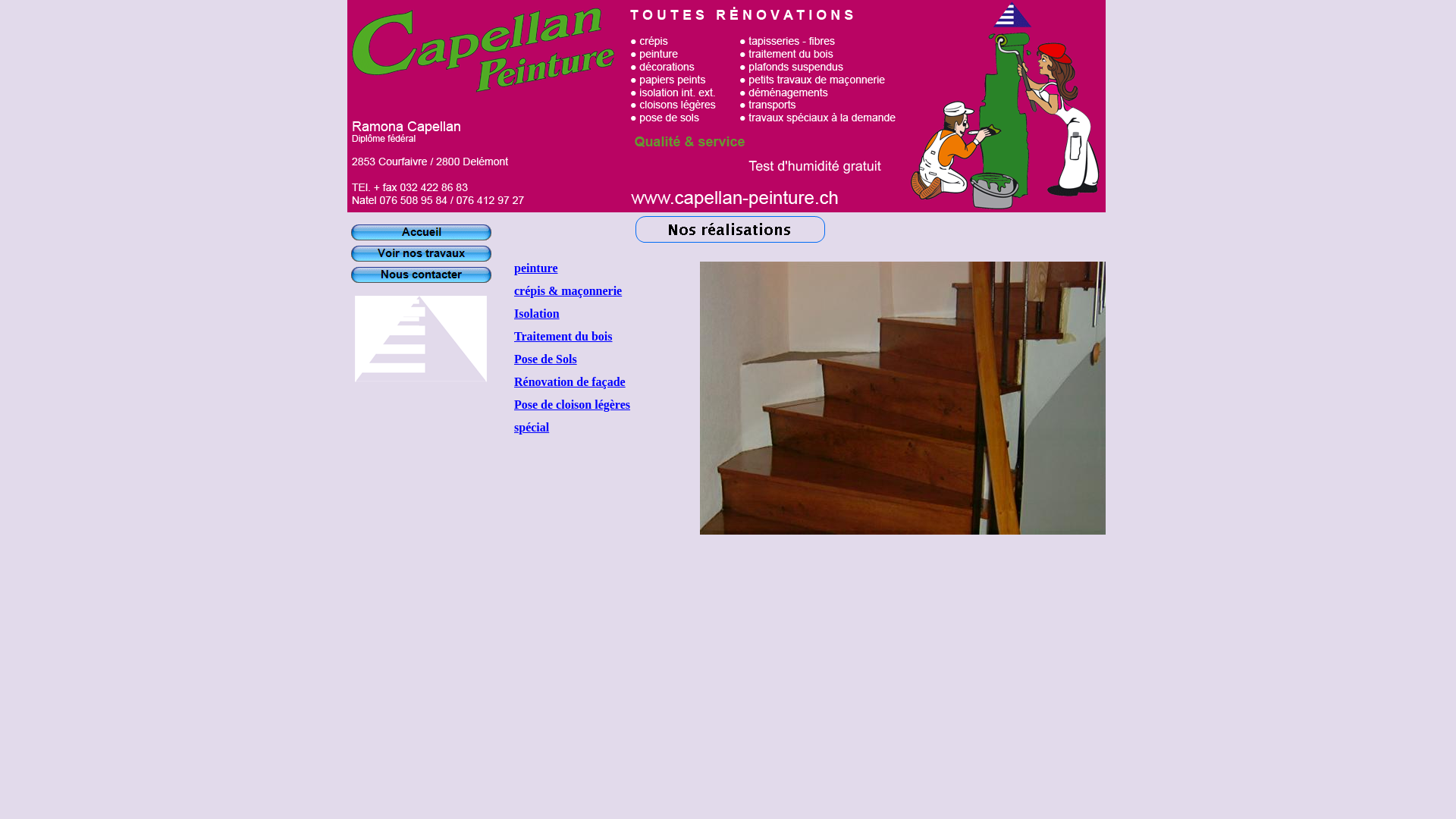  I want to click on 'Isolation', so click(537, 312).